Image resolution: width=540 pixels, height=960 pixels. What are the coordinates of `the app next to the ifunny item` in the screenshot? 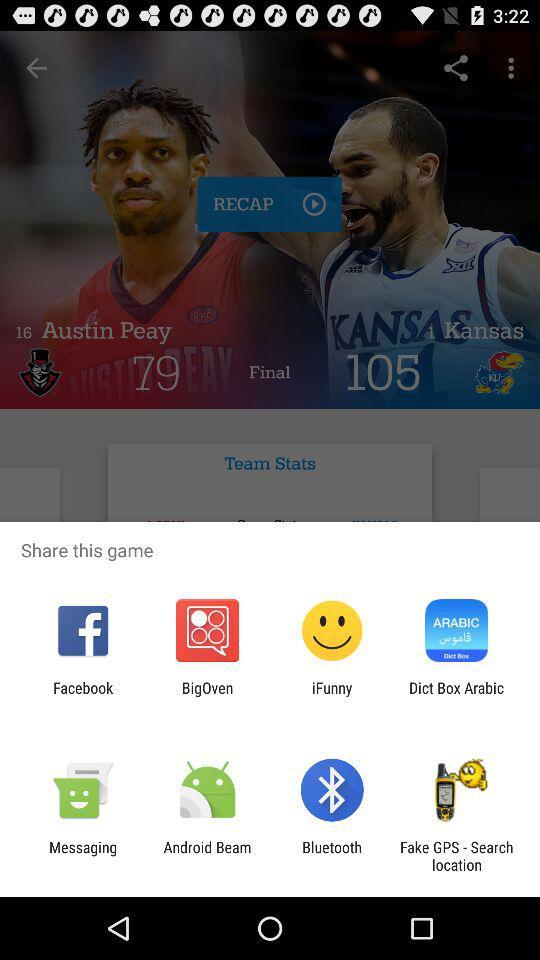 It's located at (206, 696).